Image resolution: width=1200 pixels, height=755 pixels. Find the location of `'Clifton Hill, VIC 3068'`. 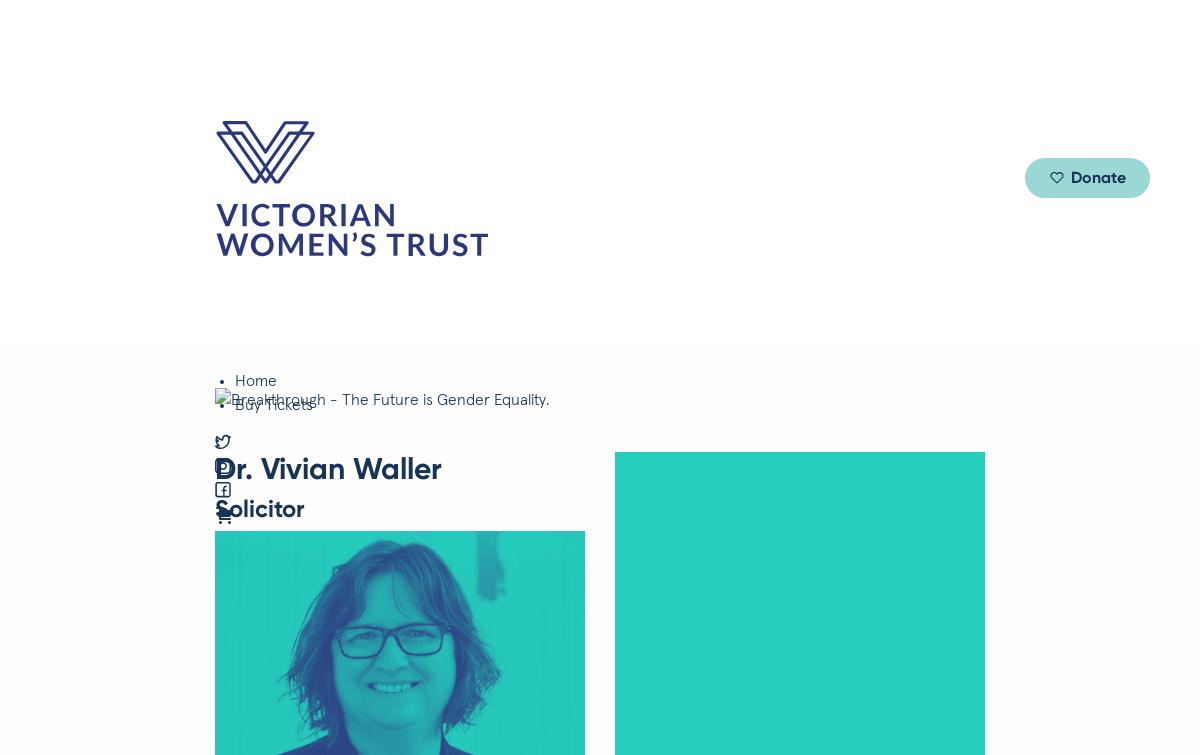

'Clifton Hill, VIC 3068' is located at coordinates (15, 673).